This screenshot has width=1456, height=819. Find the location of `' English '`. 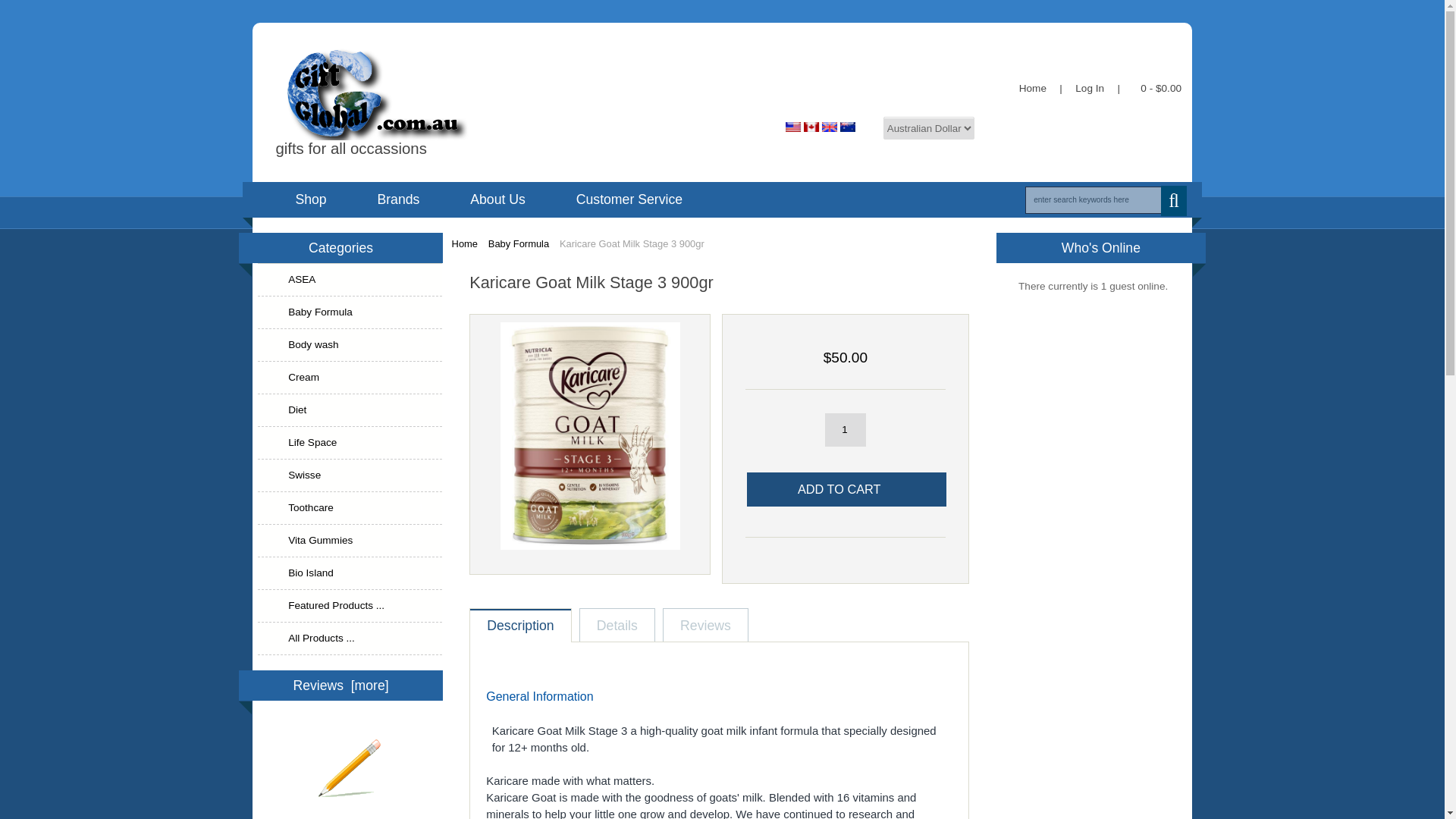

' English ' is located at coordinates (786, 126).